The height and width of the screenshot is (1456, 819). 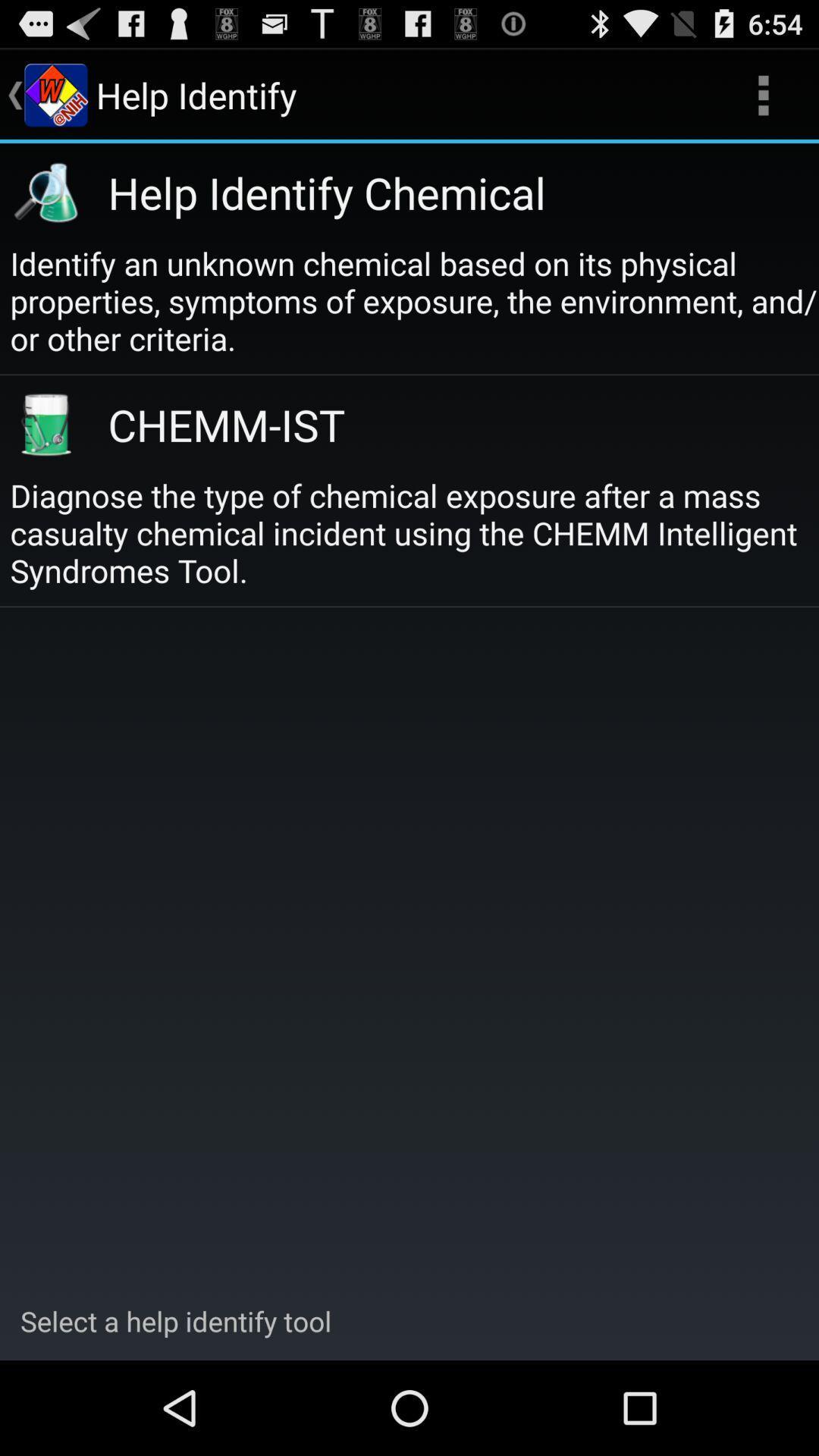 What do you see at coordinates (414, 300) in the screenshot?
I see `the identify an unknown` at bounding box center [414, 300].